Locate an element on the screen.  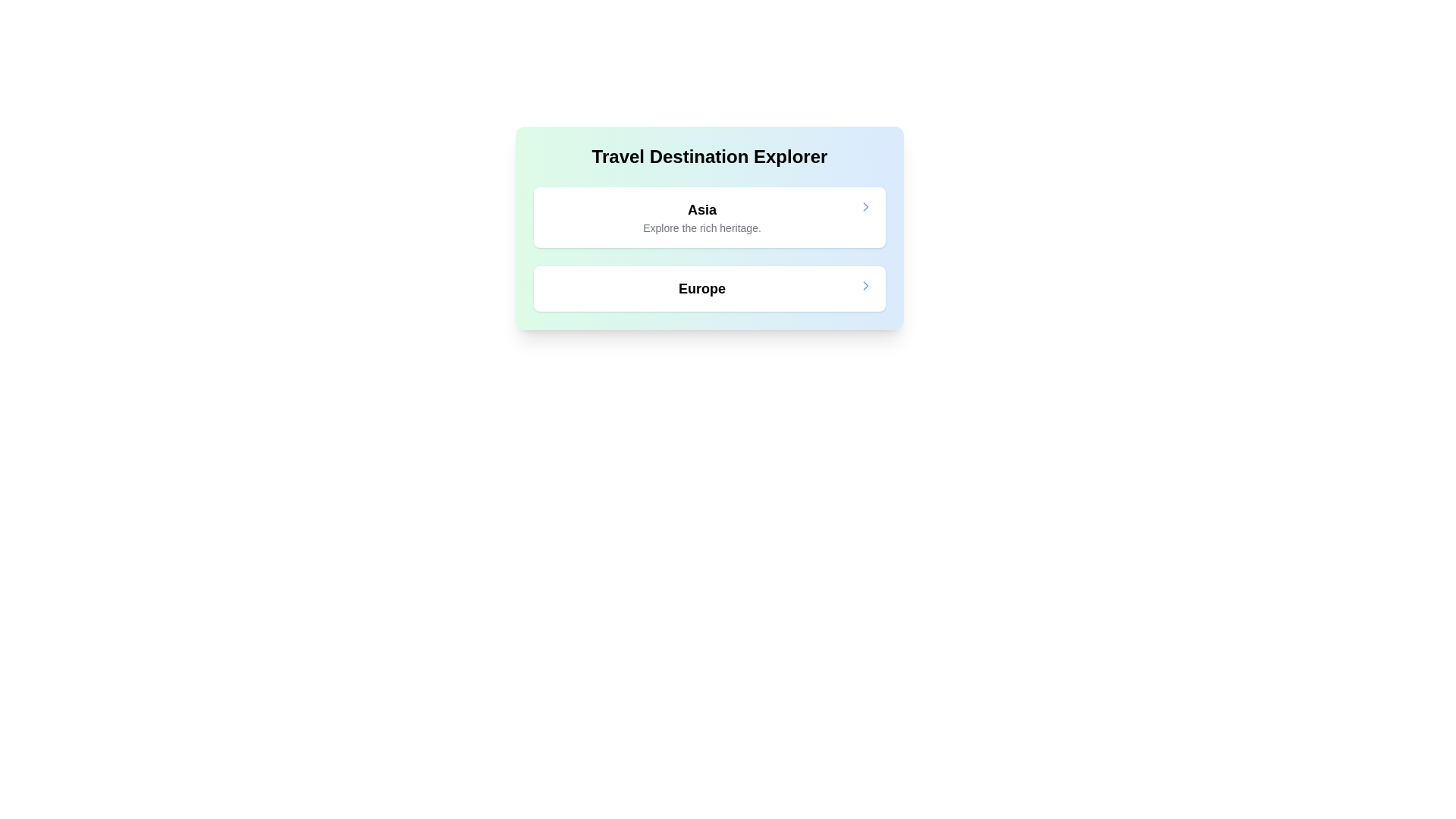
the right-pointing blue chevron icon in the 'Asia' destination section is located at coordinates (866, 207).